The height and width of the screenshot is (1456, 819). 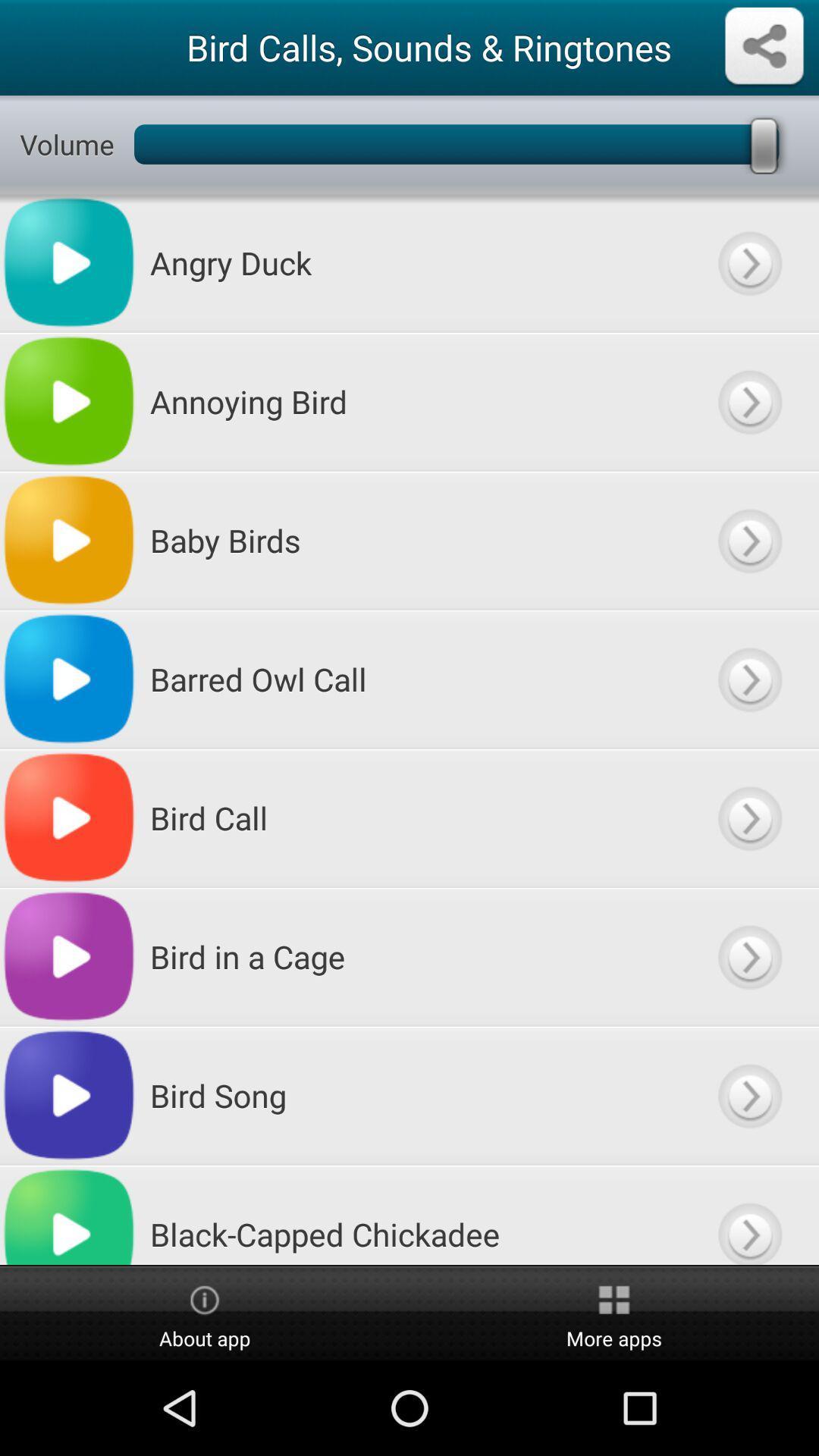 I want to click on go for more option for black capped, so click(x=748, y=1215).